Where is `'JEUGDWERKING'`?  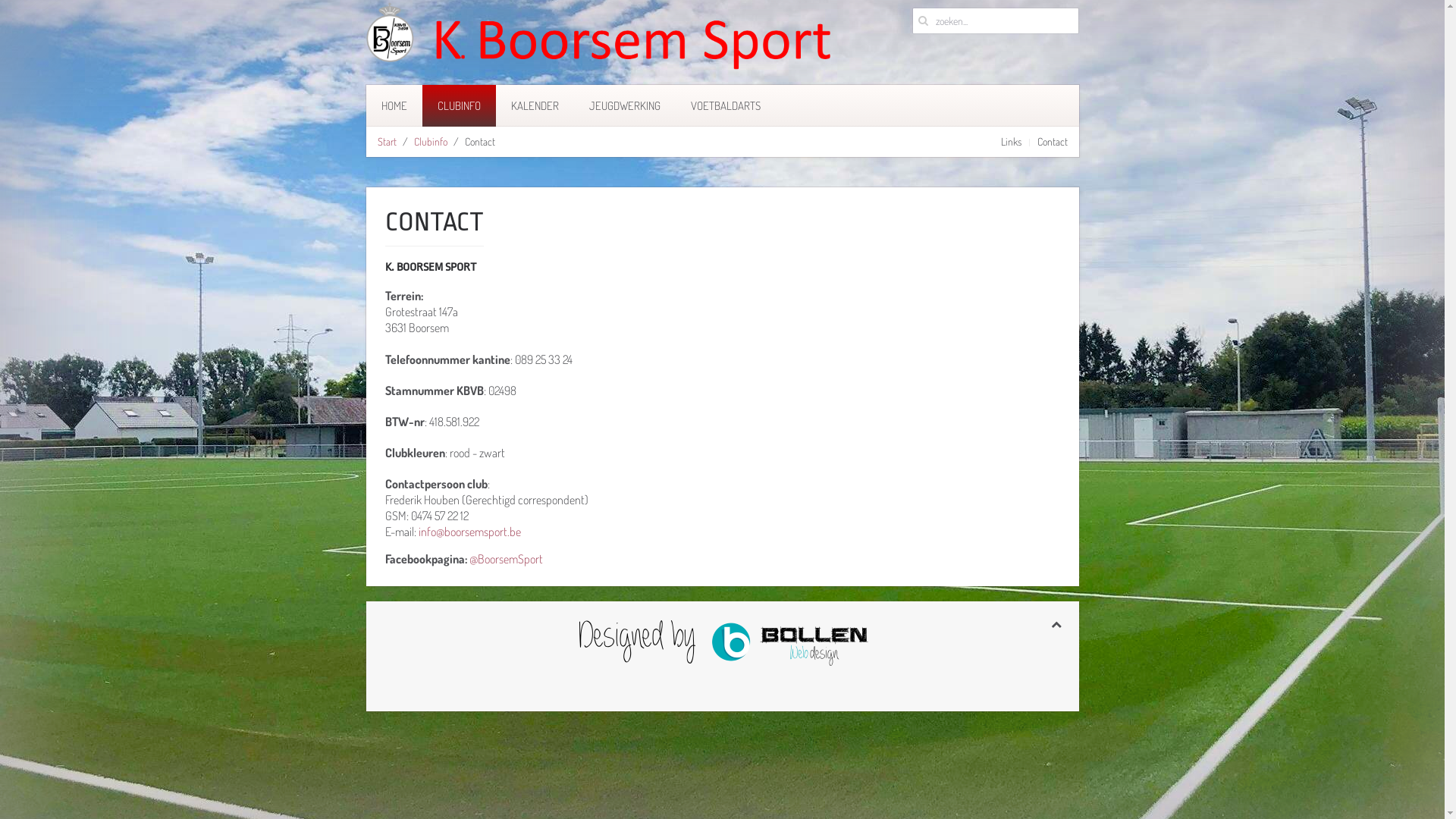 'JEUGDWERKING' is located at coordinates (623, 105).